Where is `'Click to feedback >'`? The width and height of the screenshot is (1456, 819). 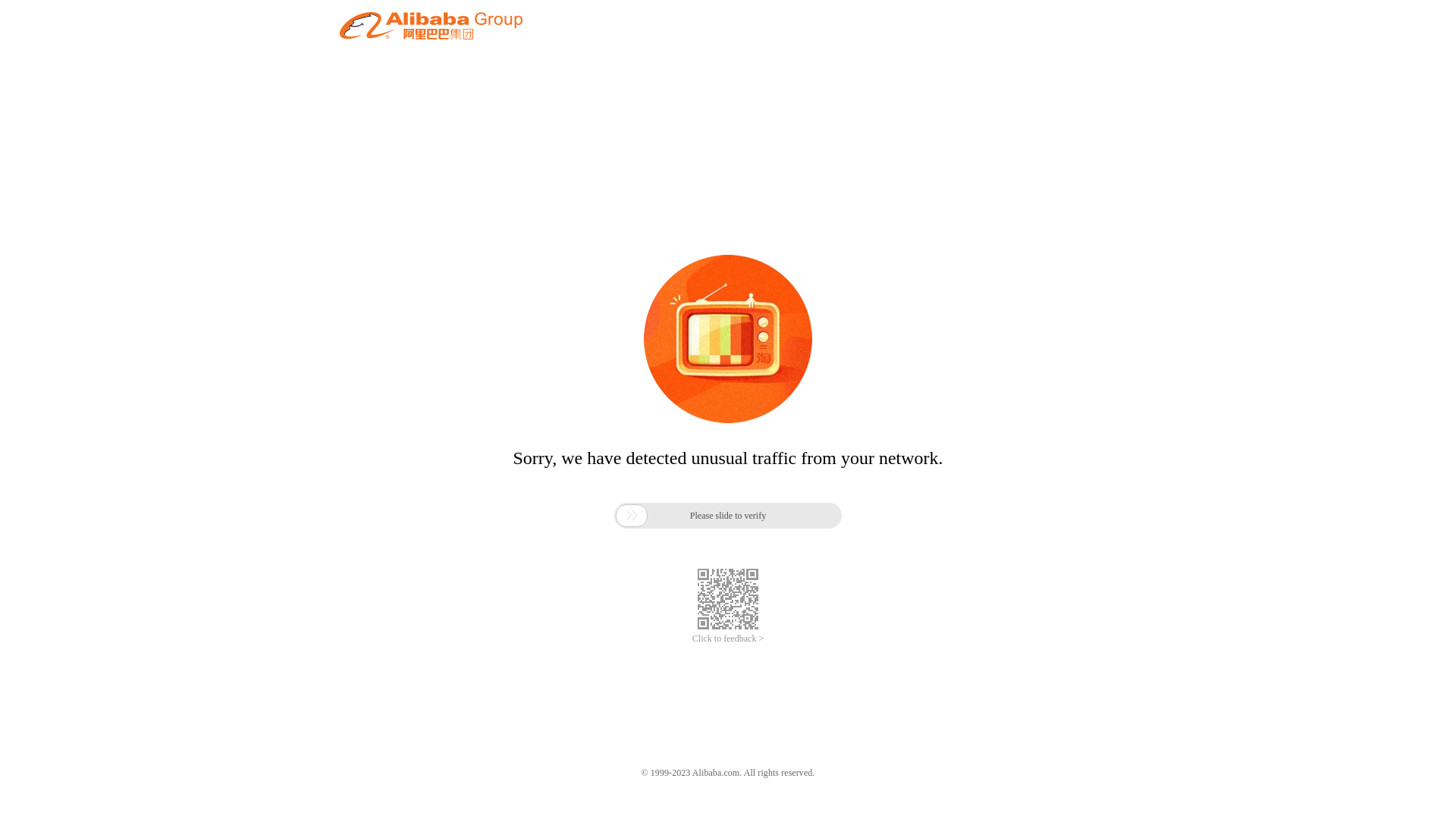
'Click to feedback >' is located at coordinates (728, 639).